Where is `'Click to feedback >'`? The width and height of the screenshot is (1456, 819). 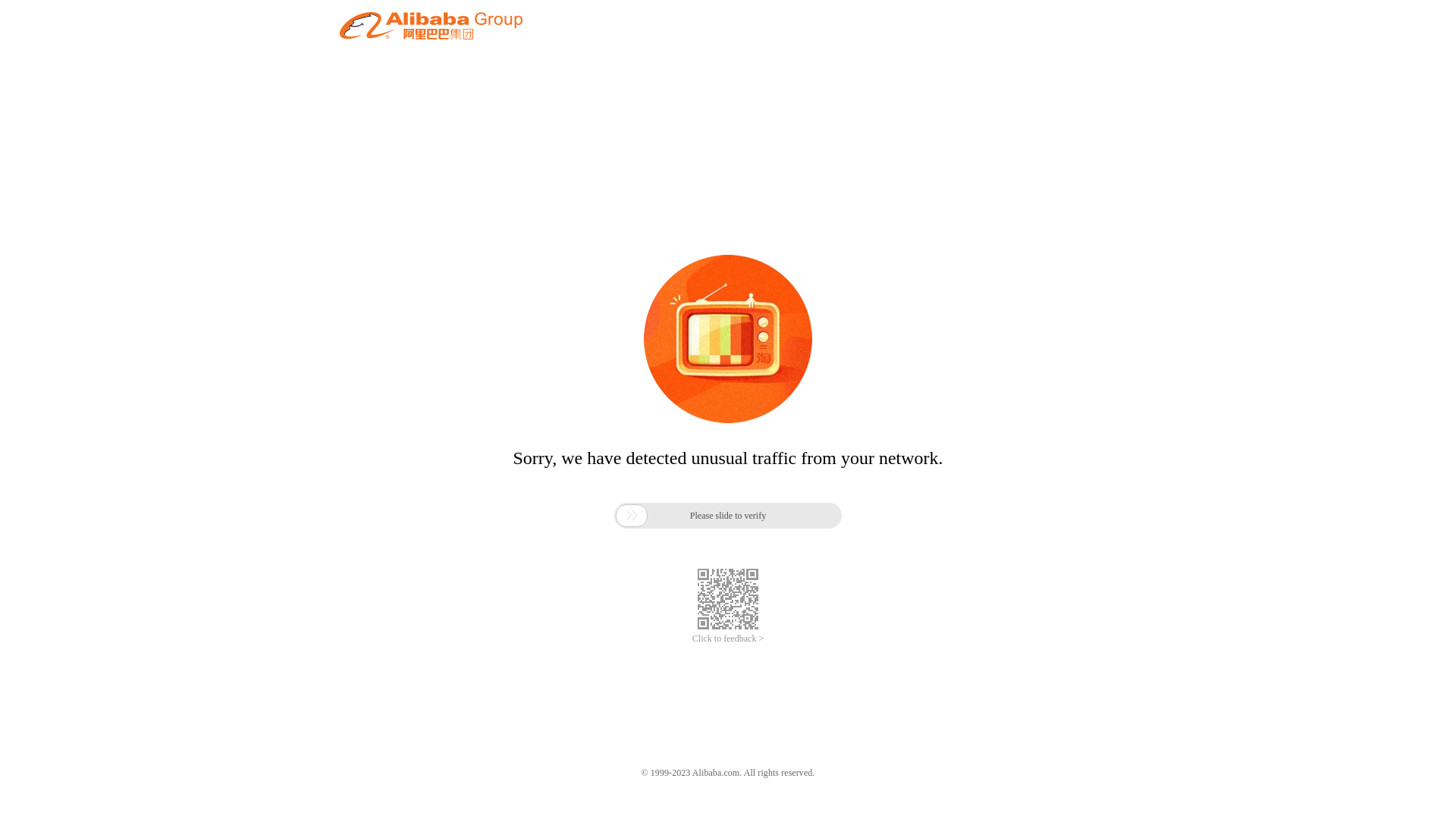
'Click to feedback >' is located at coordinates (728, 639).